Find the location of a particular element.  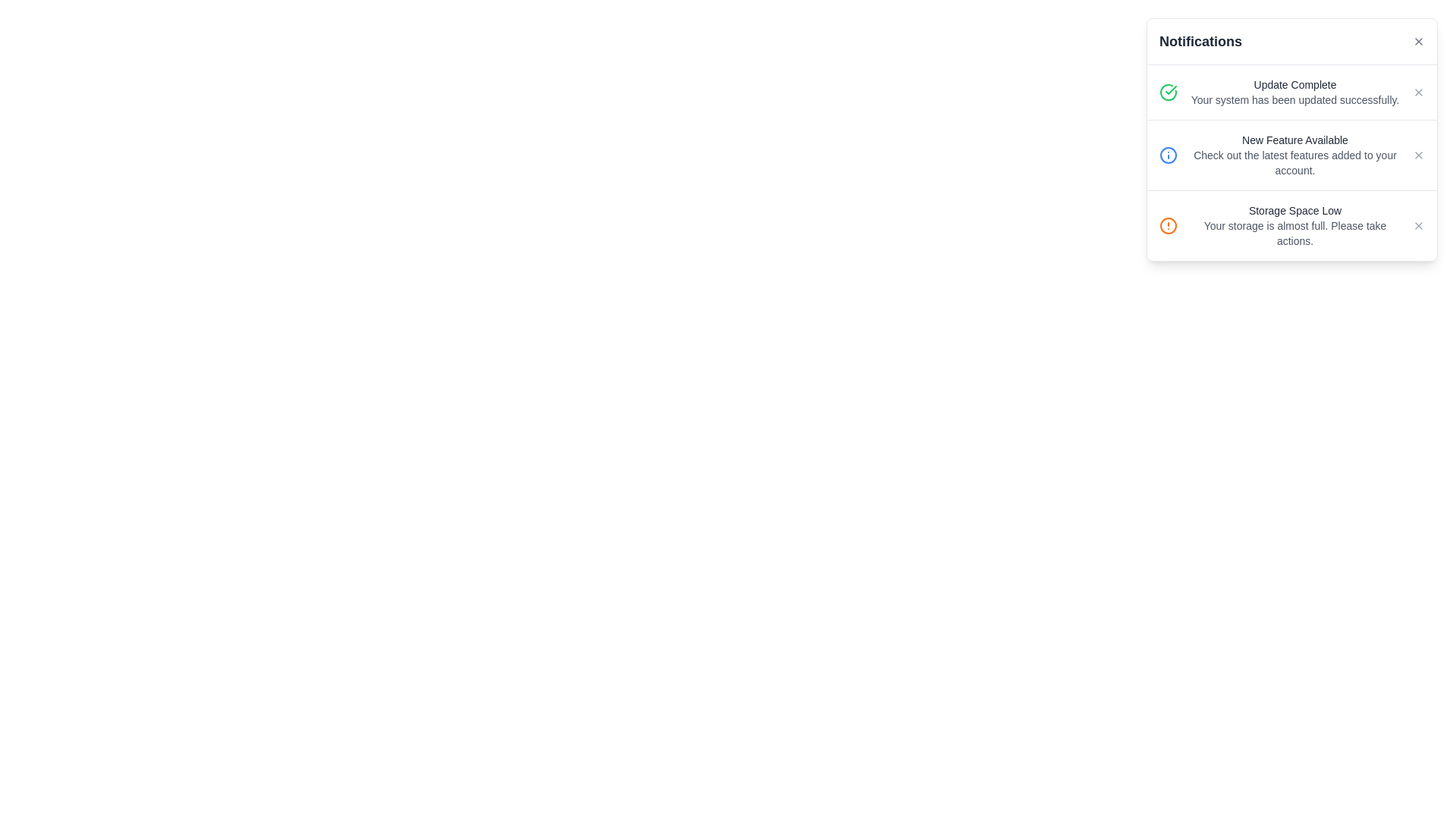

the alert icon indicating low storage space, located to the left of the 'Storage Space Low' message in the third notification is located at coordinates (1167, 225).